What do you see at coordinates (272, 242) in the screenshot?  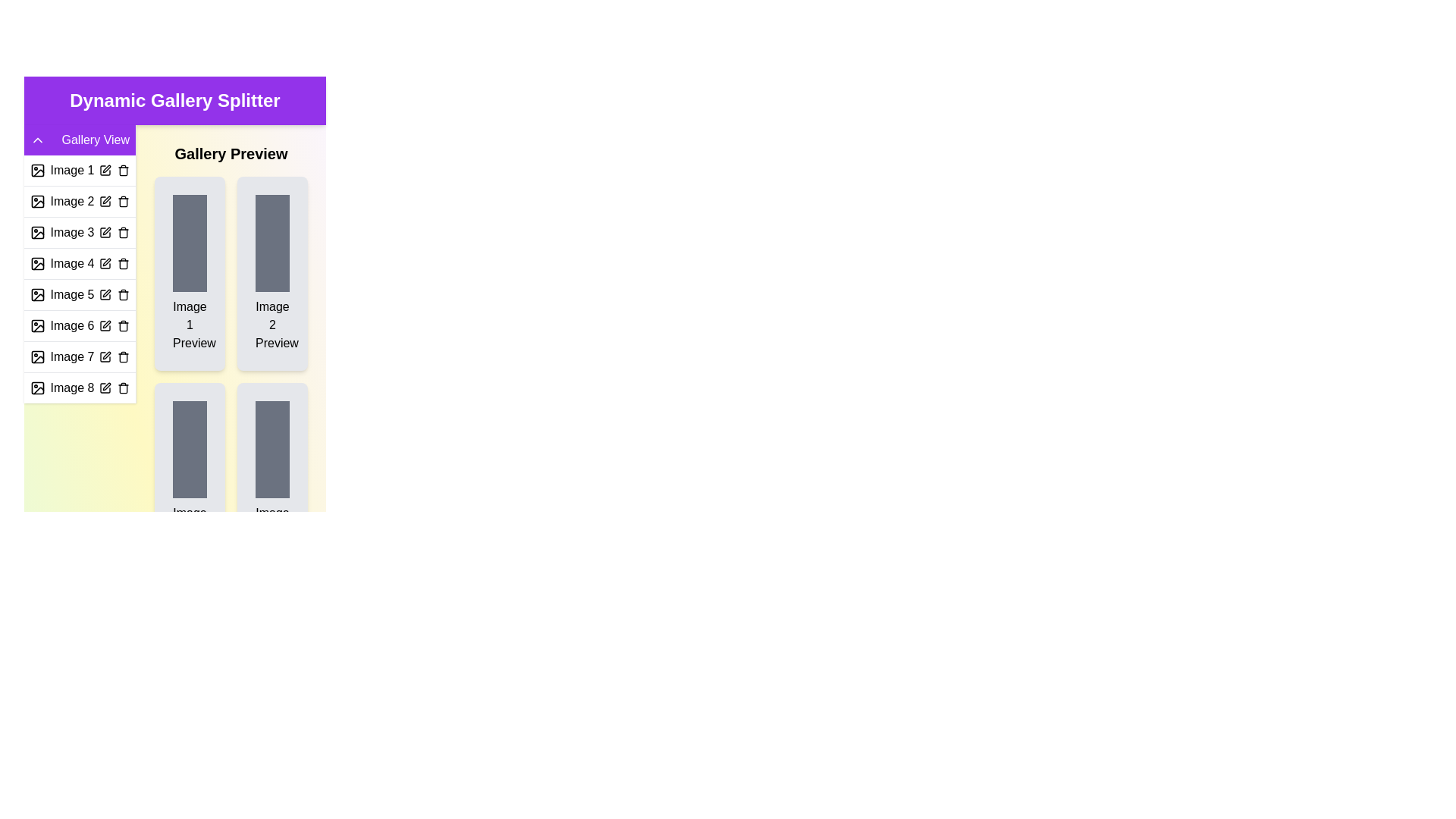 I see `the content or appearance of the gray rectangular visual placeholder located at the top of the 'Image 2 Preview' card in the gallery preview section` at bounding box center [272, 242].